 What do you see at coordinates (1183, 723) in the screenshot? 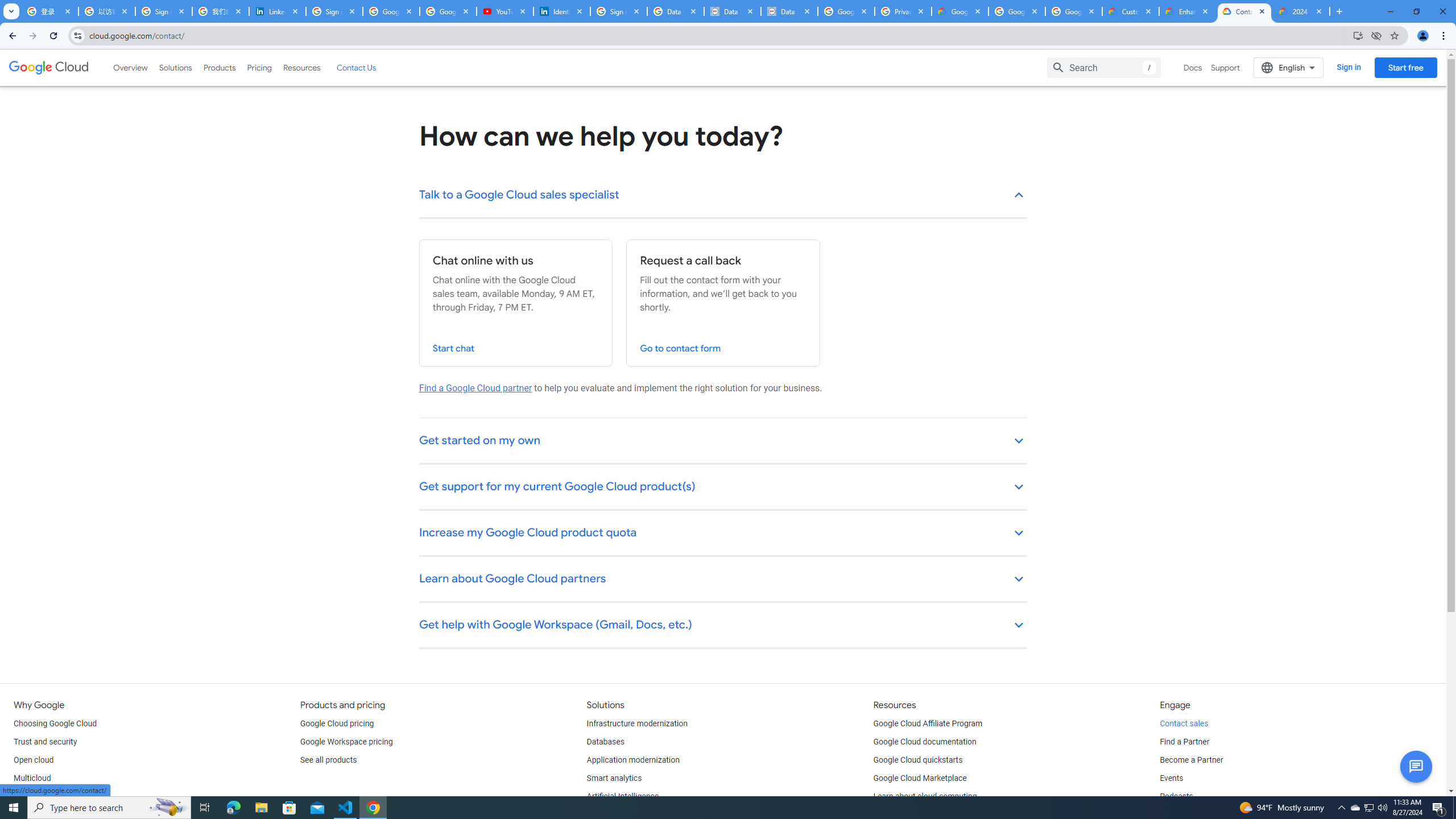
I see `'Contact sales'` at bounding box center [1183, 723].